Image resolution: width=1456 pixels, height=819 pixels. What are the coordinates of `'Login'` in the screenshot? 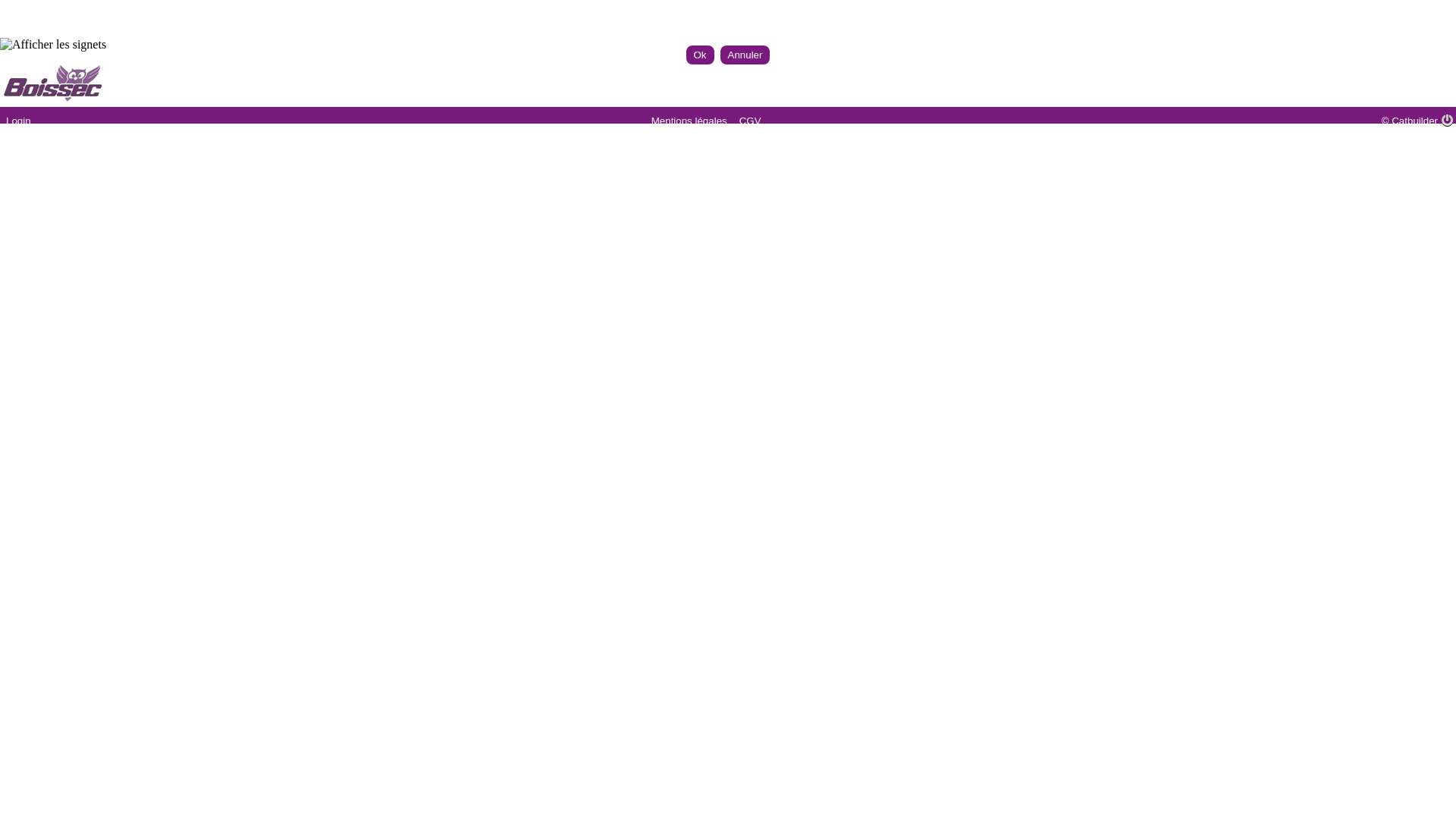 It's located at (18, 120).